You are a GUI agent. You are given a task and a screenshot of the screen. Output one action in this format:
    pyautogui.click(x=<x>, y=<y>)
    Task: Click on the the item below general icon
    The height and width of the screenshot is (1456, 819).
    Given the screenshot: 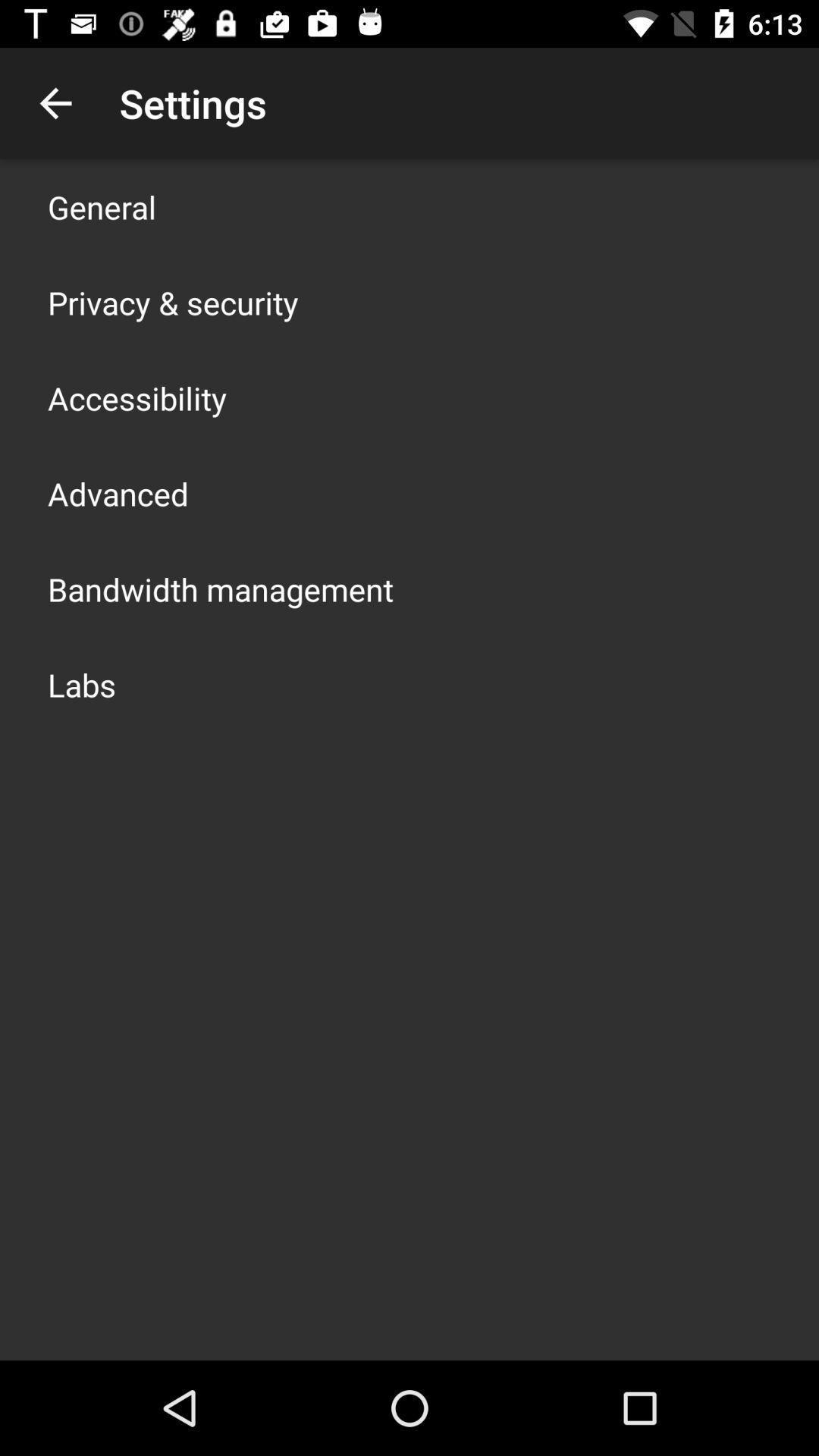 What is the action you would take?
    pyautogui.click(x=172, y=302)
    